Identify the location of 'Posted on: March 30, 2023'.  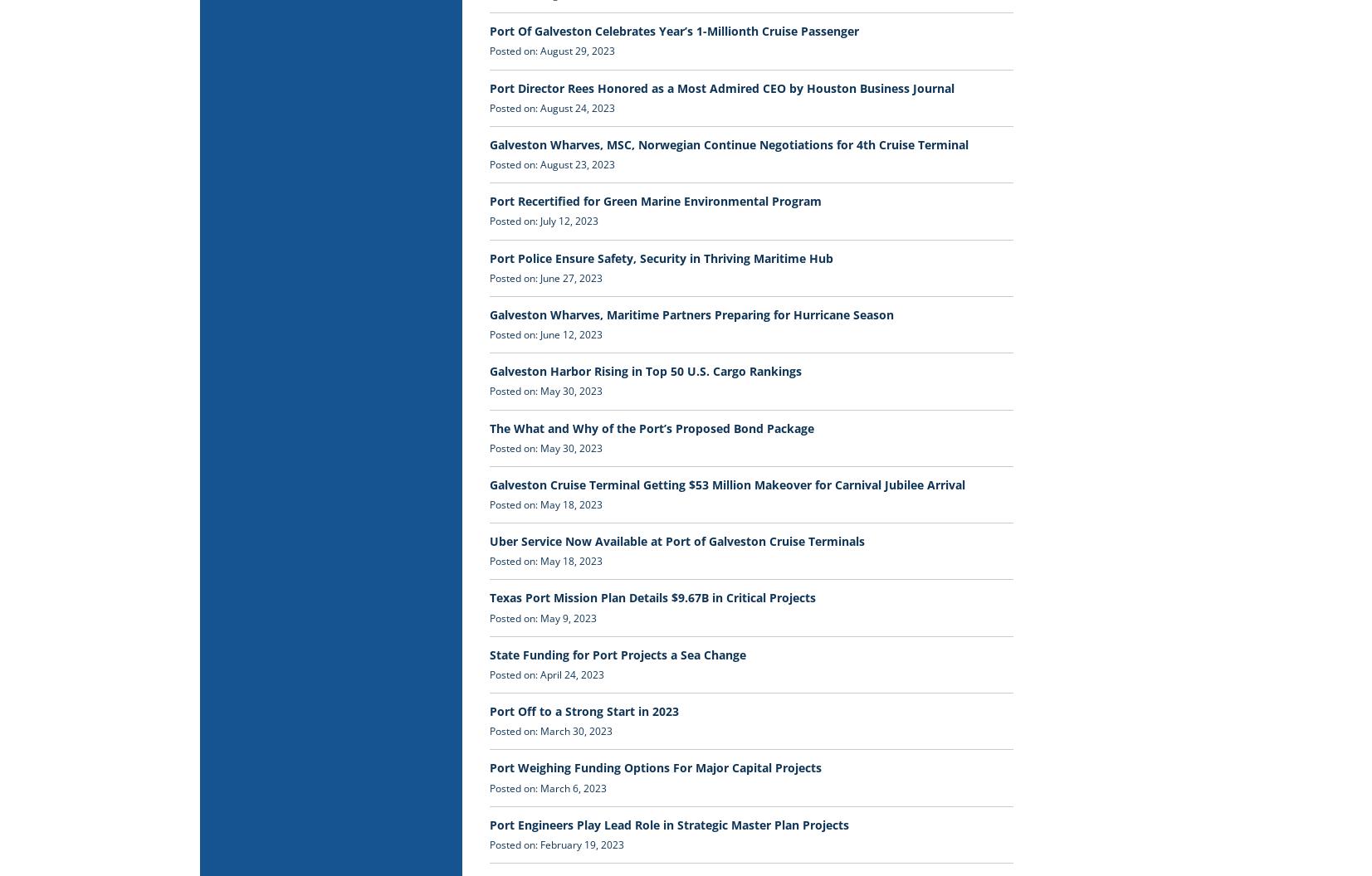
(550, 730).